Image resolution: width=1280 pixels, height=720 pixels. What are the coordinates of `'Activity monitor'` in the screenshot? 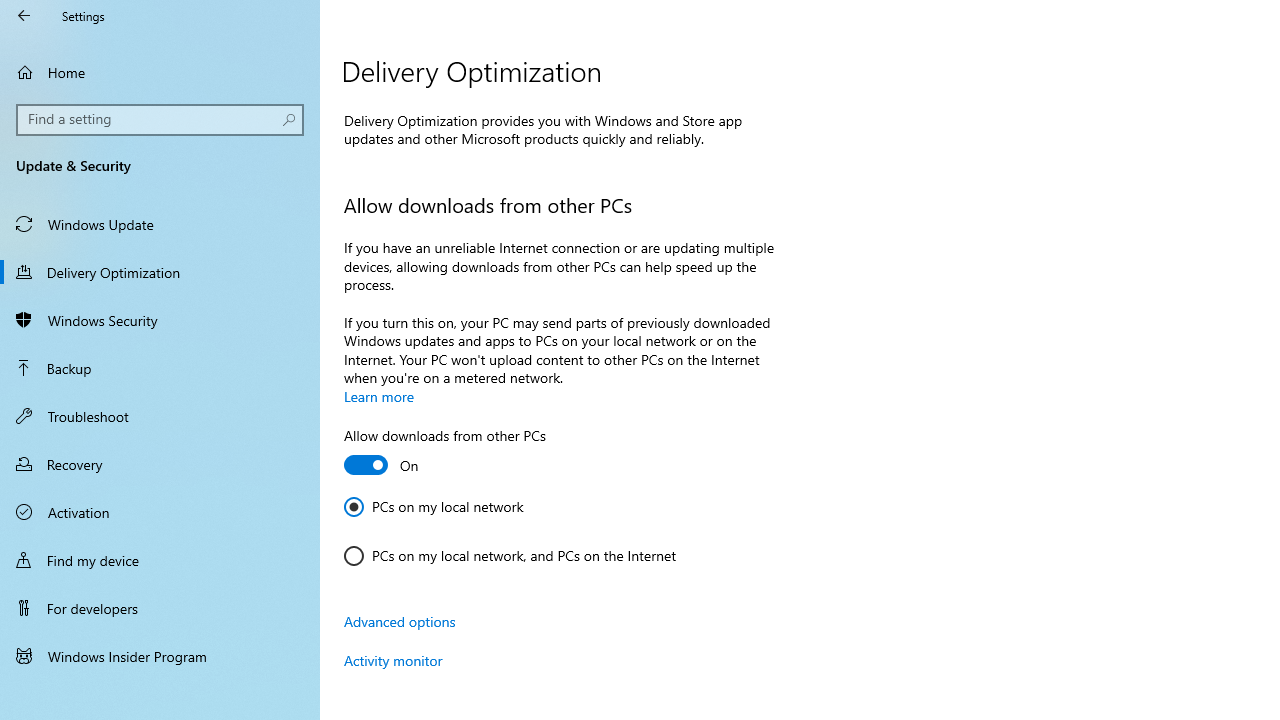 It's located at (393, 660).